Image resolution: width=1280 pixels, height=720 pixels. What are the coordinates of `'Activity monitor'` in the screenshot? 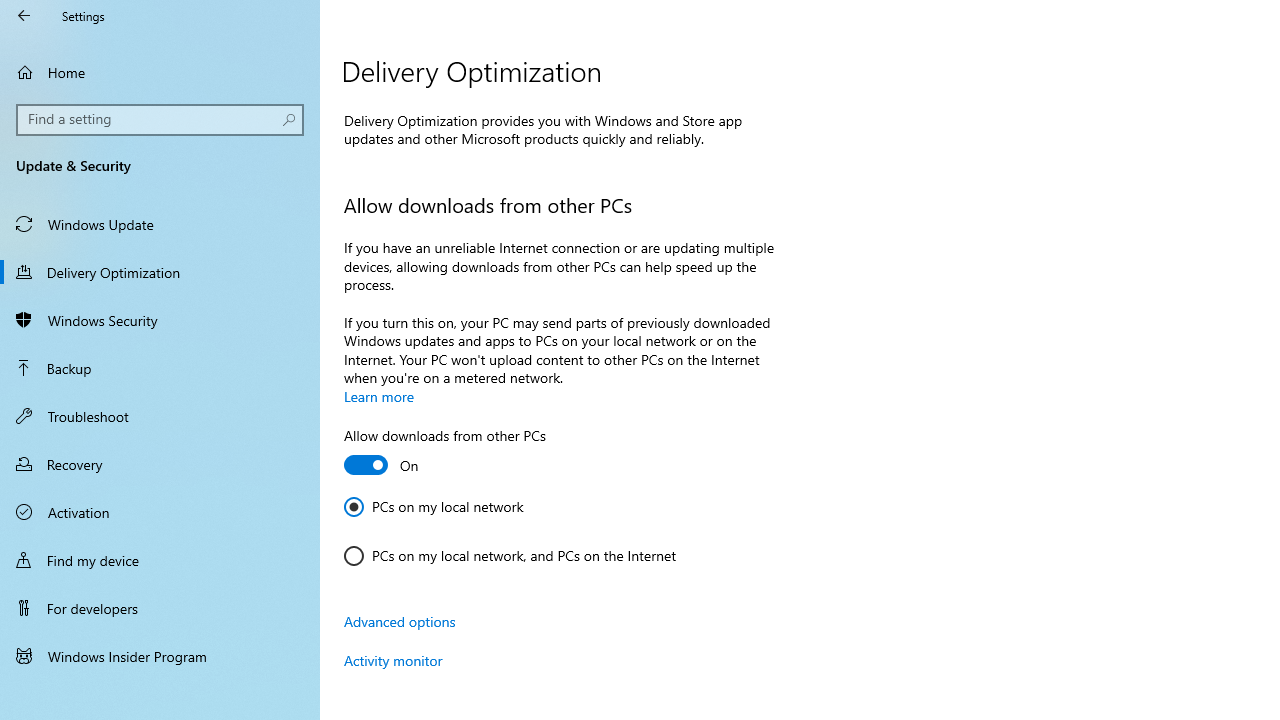 It's located at (393, 660).